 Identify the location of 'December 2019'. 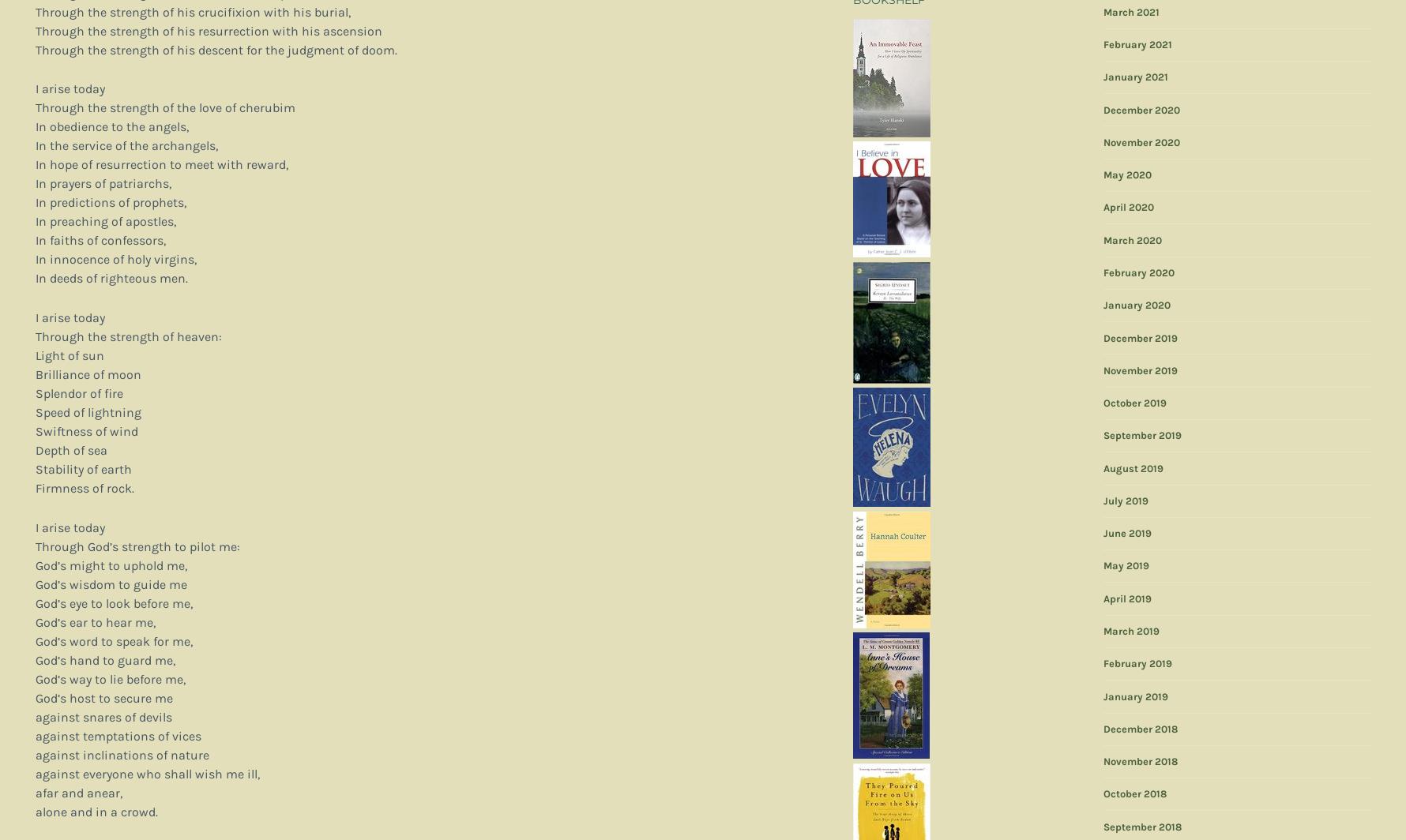
(1139, 337).